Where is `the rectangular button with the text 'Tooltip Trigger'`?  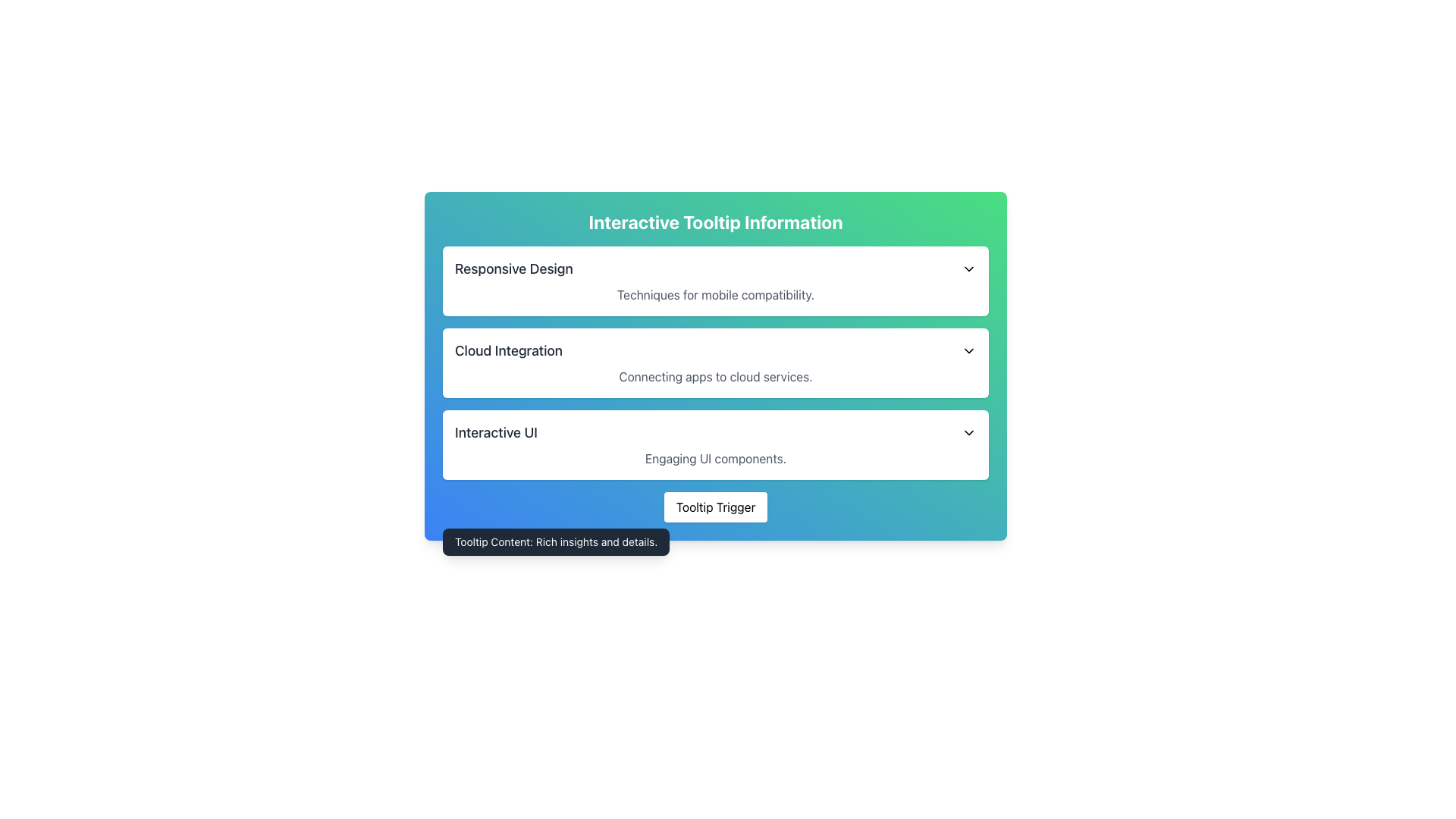
the rectangular button with the text 'Tooltip Trigger' is located at coordinates (715, 507).